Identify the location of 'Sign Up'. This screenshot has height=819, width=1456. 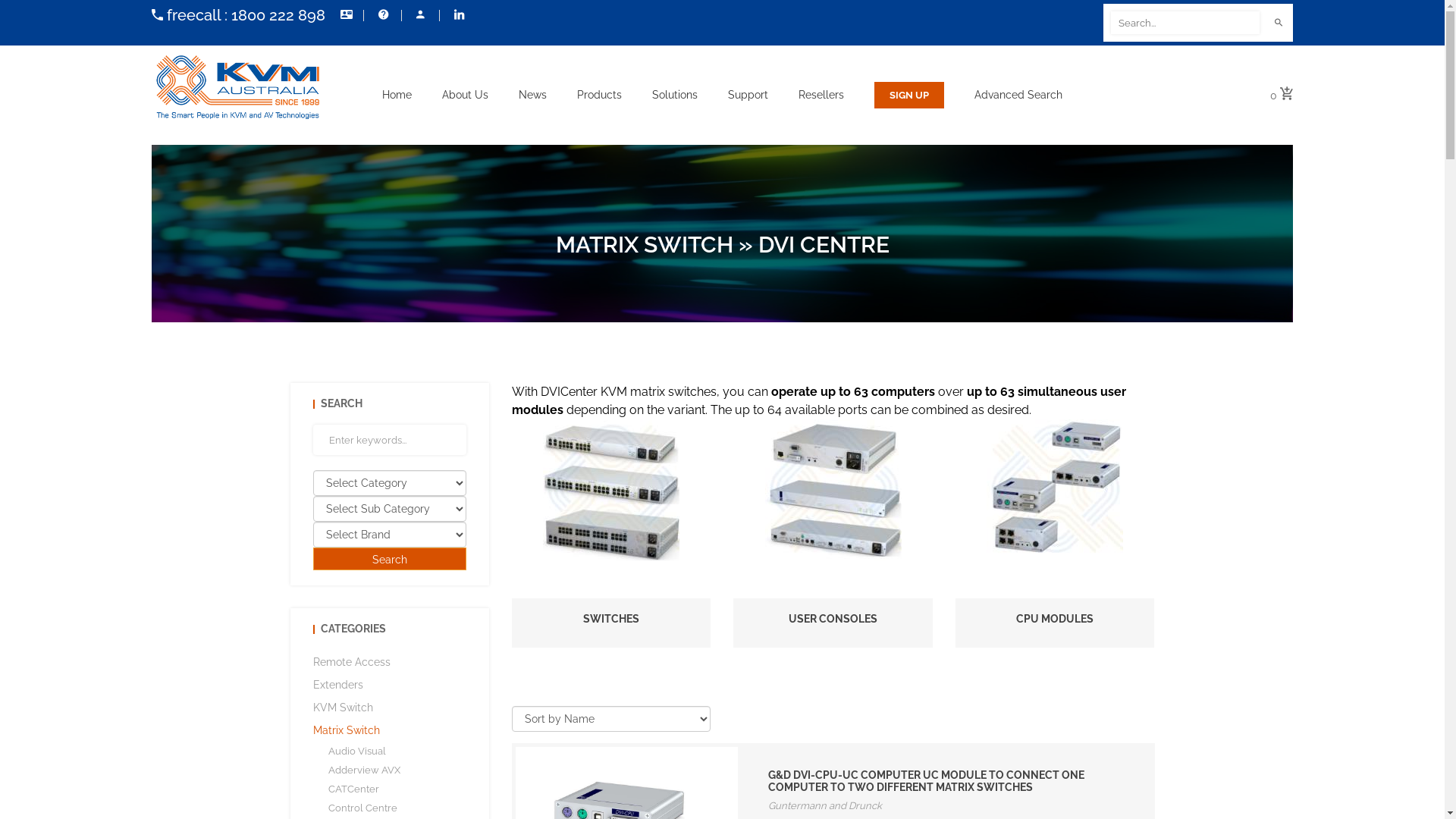
(909, 95).